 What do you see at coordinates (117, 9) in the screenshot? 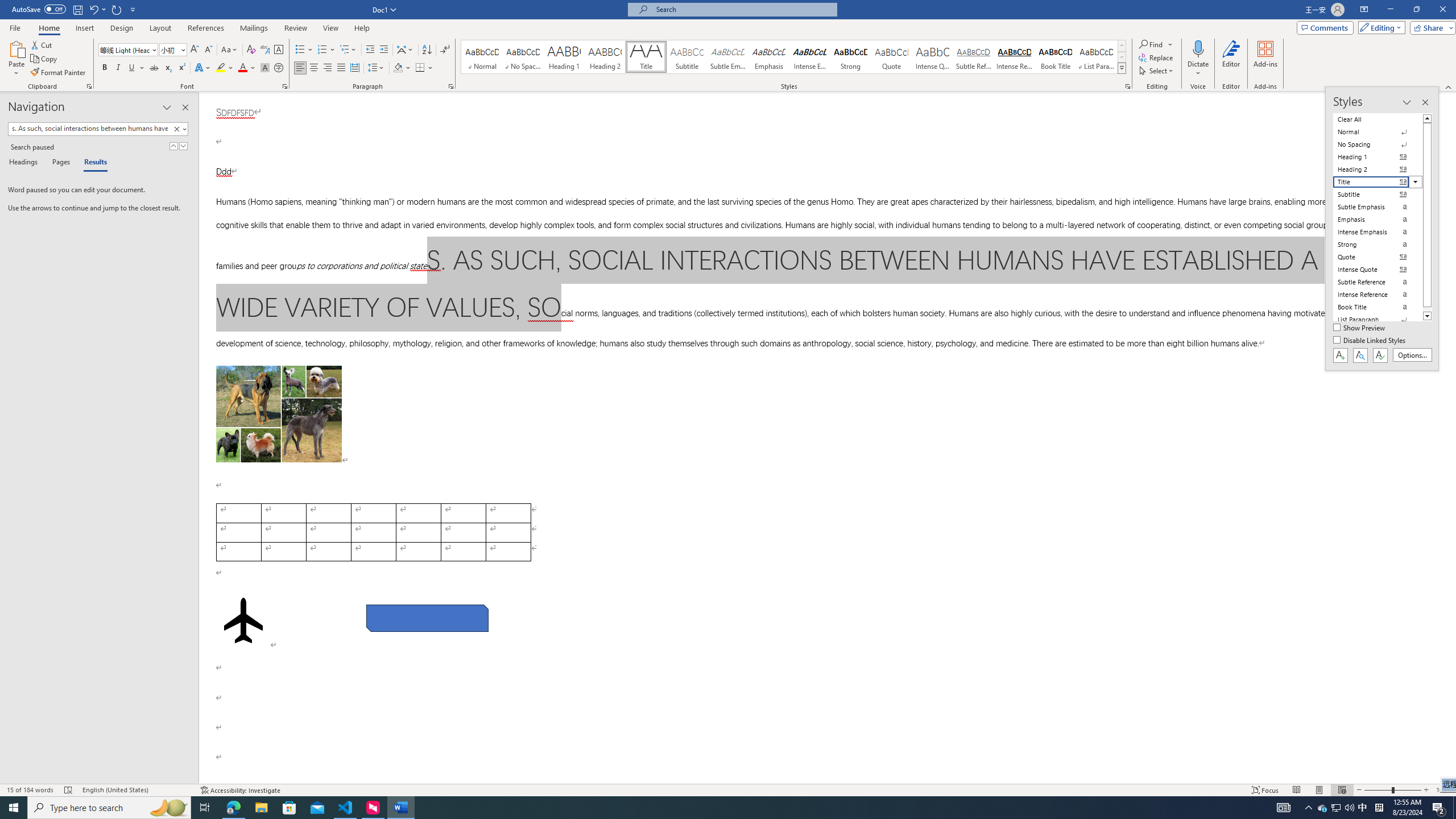
I see `'Repeat Style'` at bounding box center [117, 9].